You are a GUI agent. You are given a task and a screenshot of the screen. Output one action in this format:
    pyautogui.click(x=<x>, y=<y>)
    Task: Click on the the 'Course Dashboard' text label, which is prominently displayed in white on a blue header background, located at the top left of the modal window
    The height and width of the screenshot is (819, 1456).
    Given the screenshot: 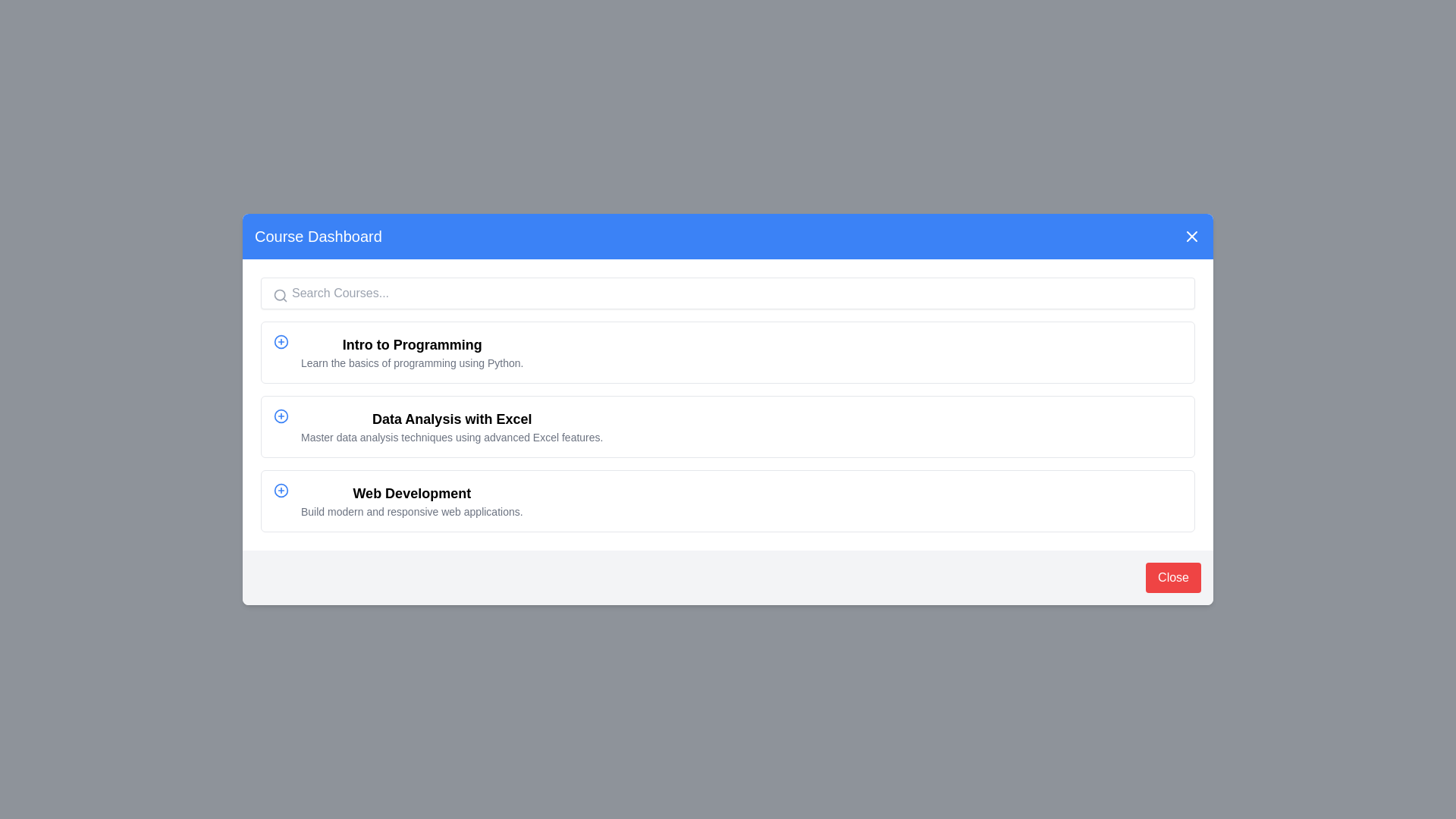 What is the action you would take?
    pyautogui.click(x=317, y=237)
    